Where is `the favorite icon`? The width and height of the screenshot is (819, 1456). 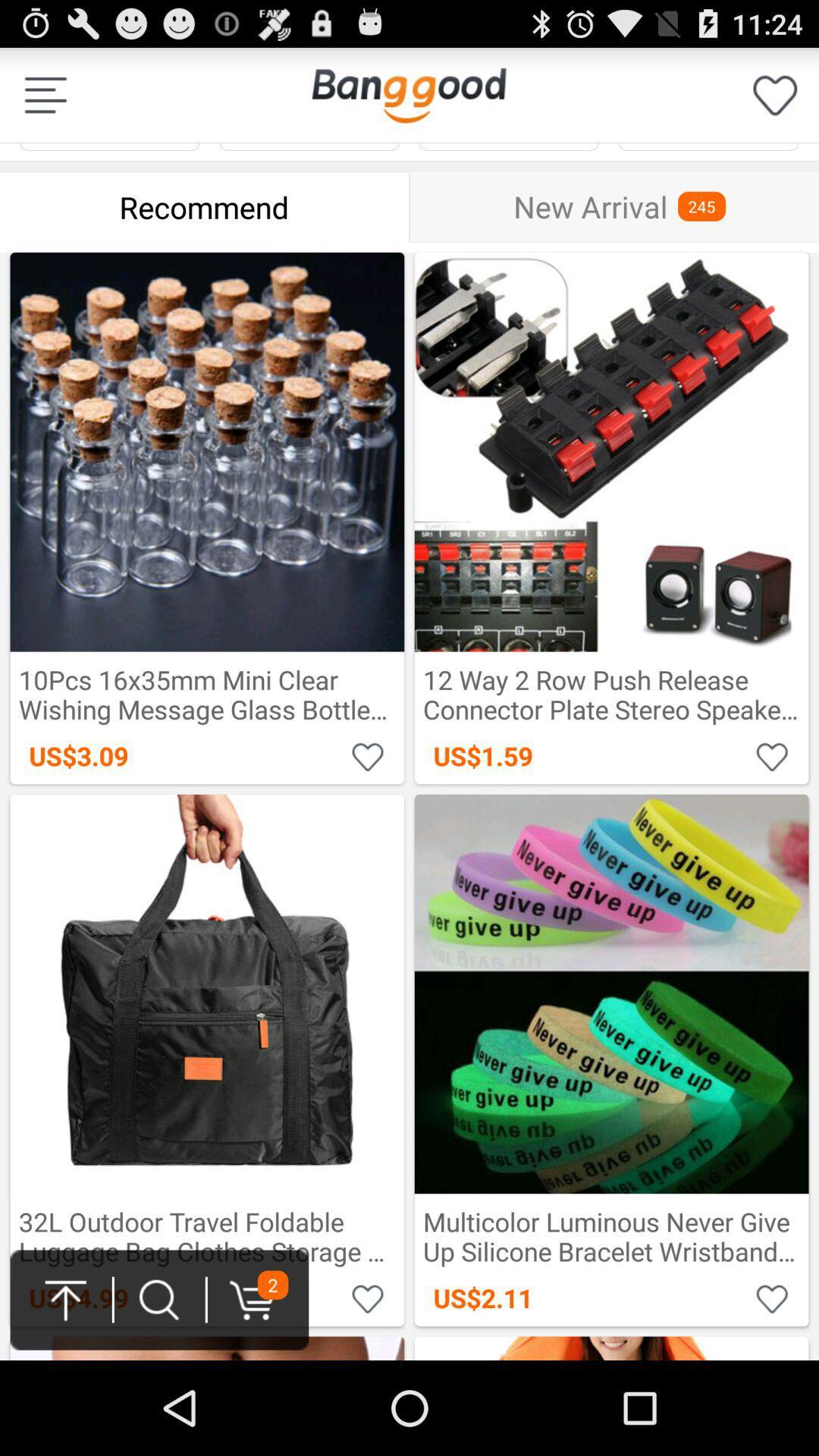 the favorite icon is located at coordinates (775, 101).